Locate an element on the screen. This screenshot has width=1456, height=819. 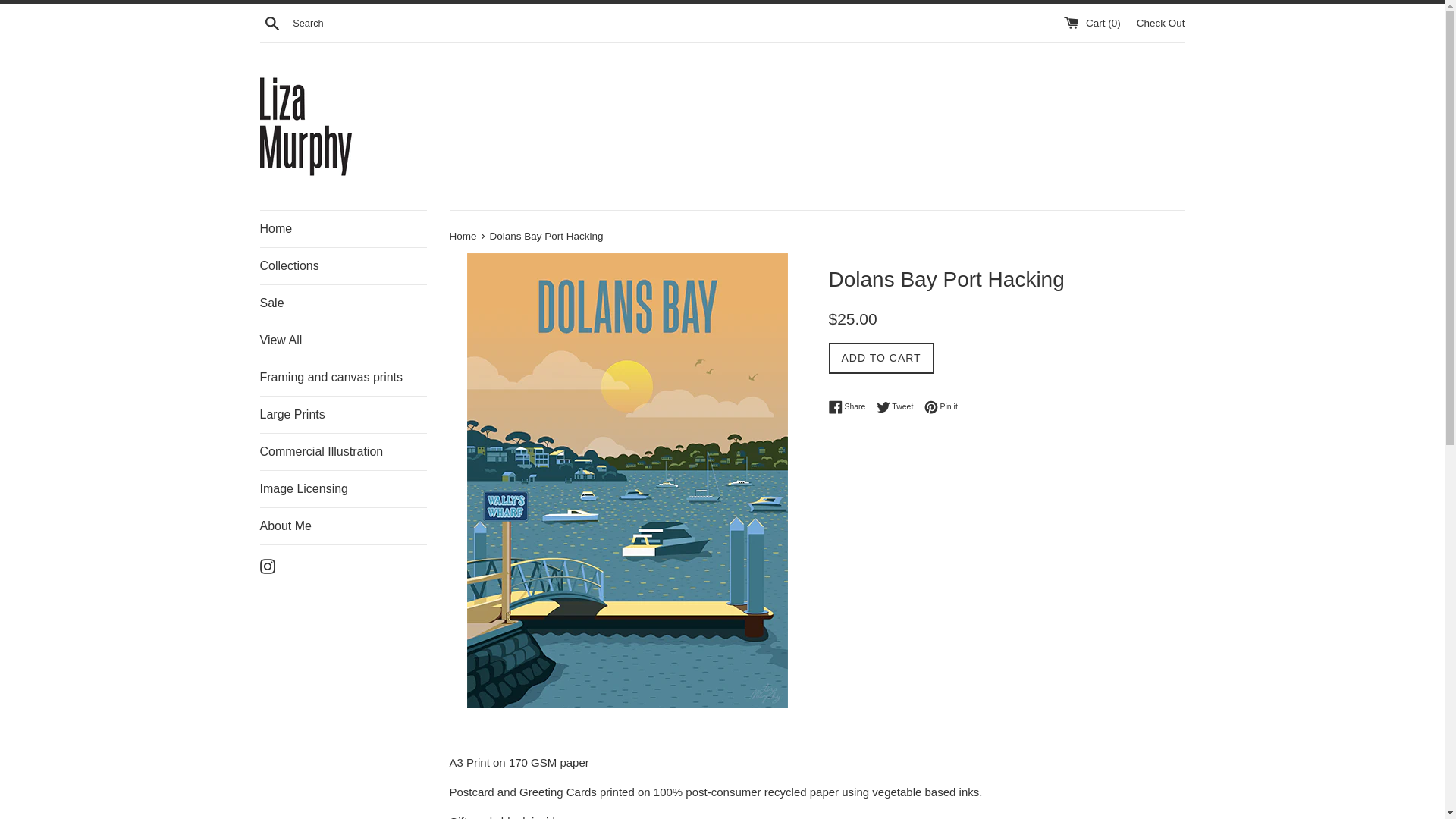
'Large Prints' is located at coordinates (341, 415).